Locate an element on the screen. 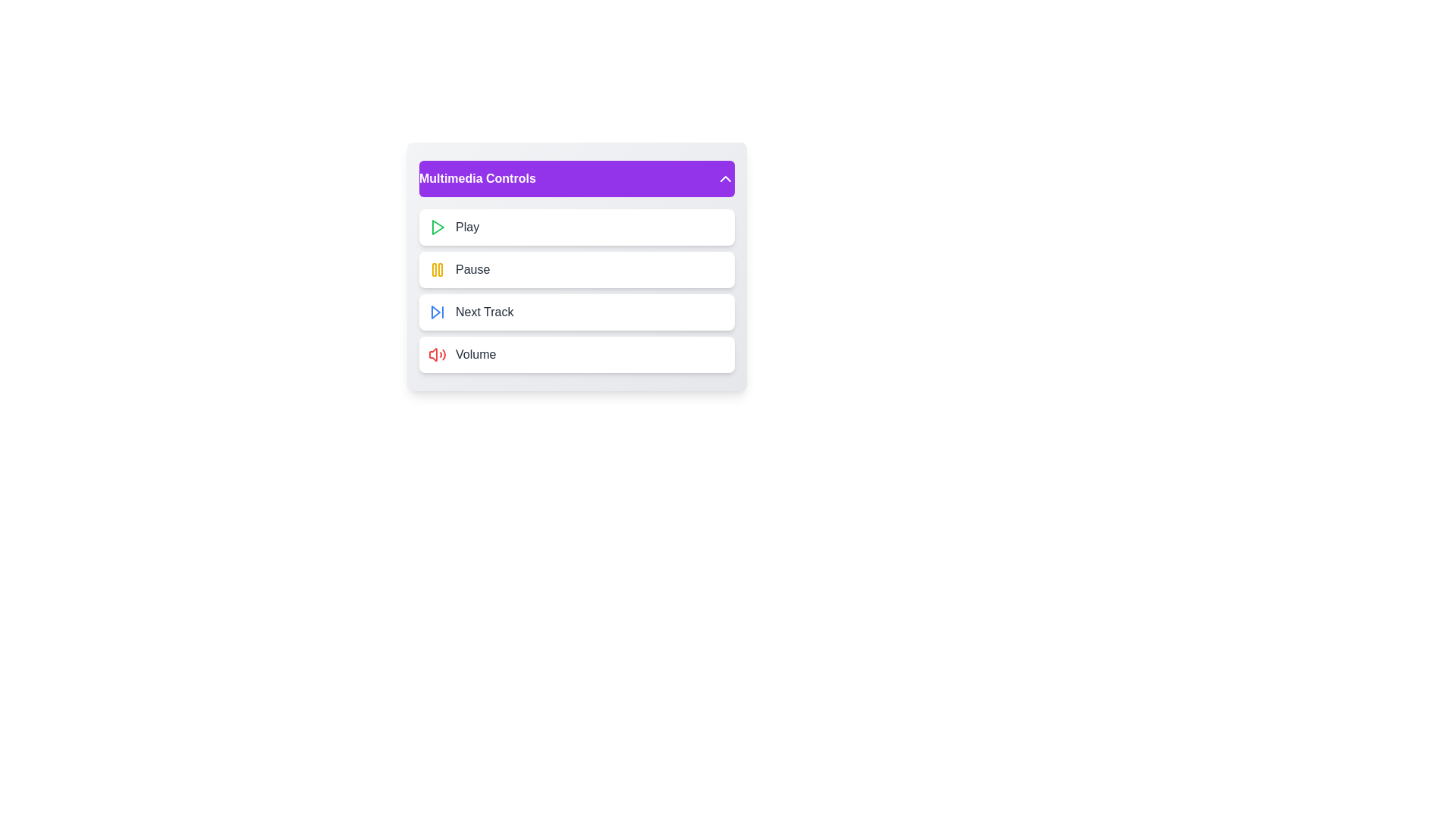 This screenshot has height=819, width=1456. the blue outlined arrow-shaped icon located at the center of the 'Next Track' button in the multimedia control panel is located at coordinates (435, 312).